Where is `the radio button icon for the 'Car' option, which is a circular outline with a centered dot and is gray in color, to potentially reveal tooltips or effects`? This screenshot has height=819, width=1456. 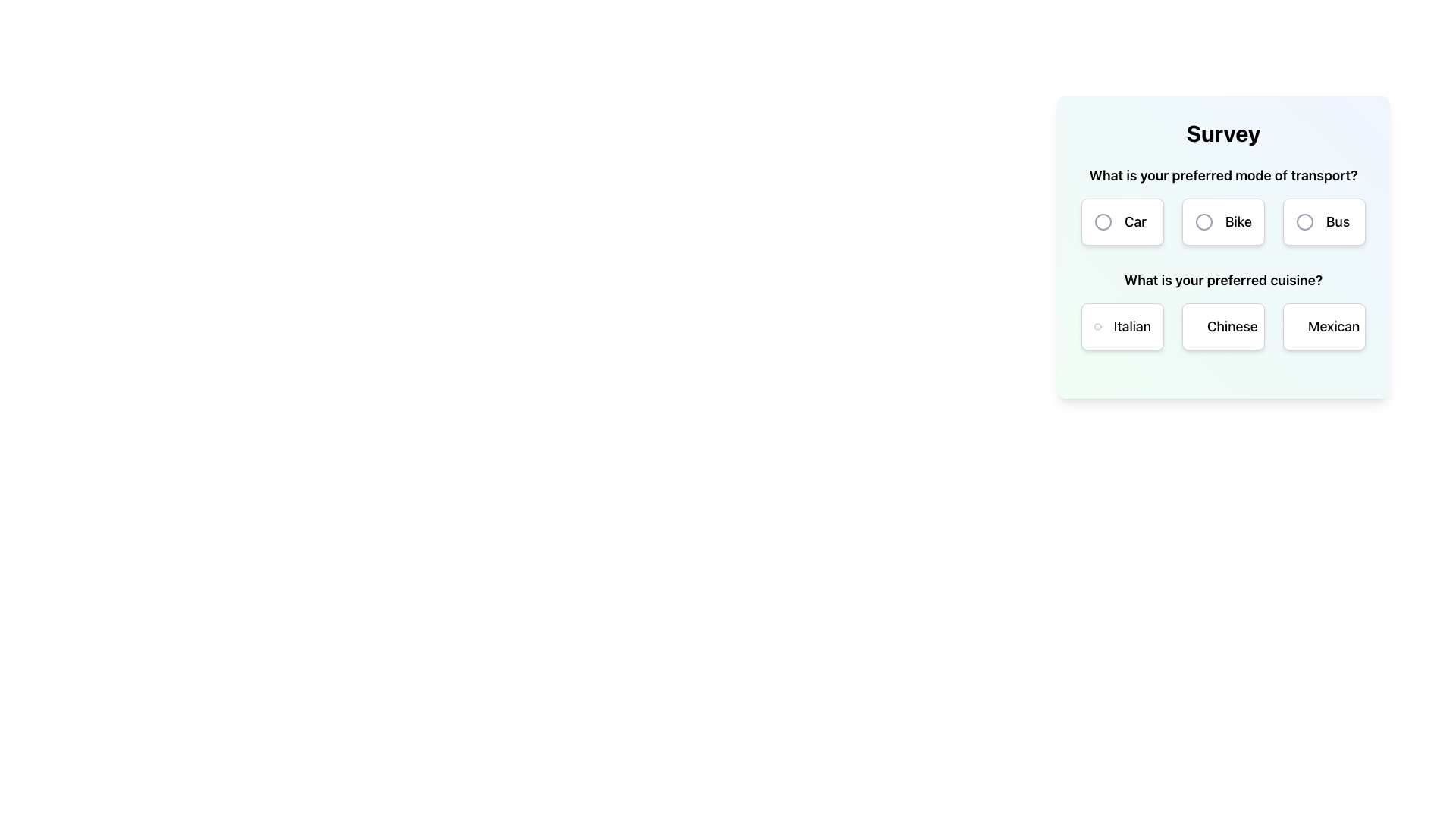 the radio button icon for the 'Car' option, which is a circular outline with a centered dot and is gray in color, to potentially reveal tooltips or effects is located at coordinates (1103, 222).